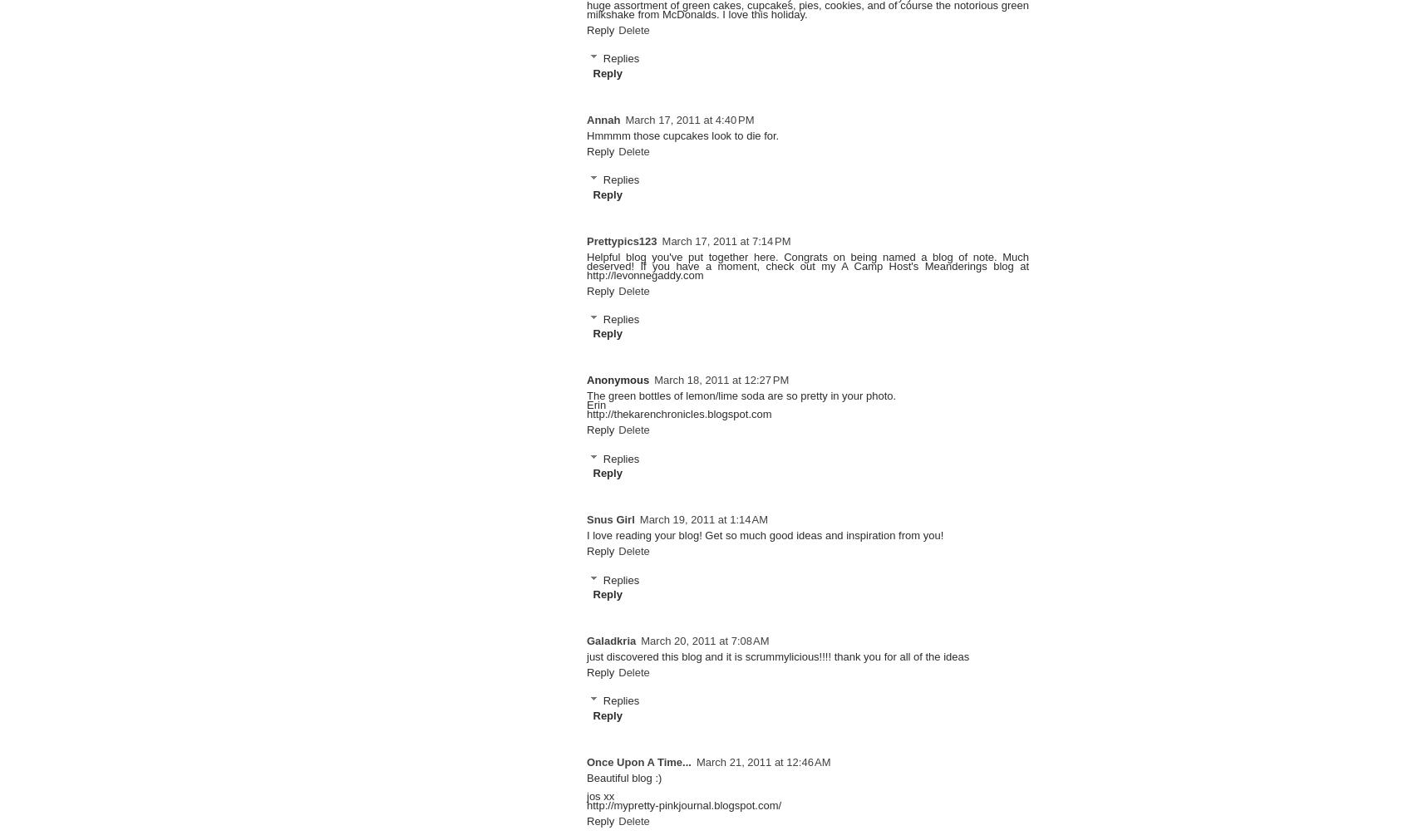  What do you see at coordinates (638, 761) in the screenshot?
I see `'Once Upon A Time...'` at bounding box center [638, 761].